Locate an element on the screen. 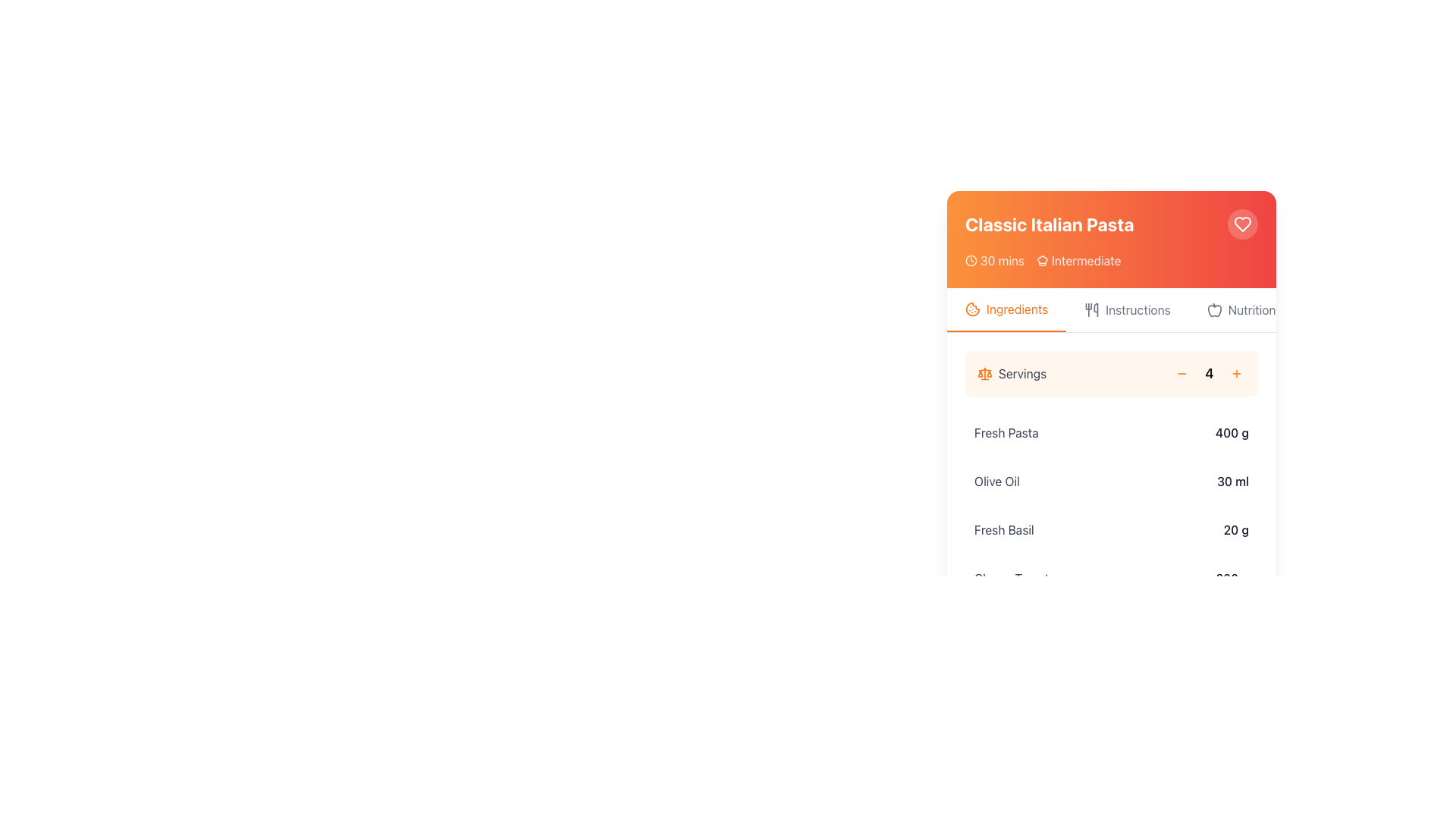 Image resolution: width=1456 pixels, height=819 pixels. the SVG representation of a clock icon, which visually indicates the cooking duration next to the text '30 mins' is located at coordinates (971, 259).